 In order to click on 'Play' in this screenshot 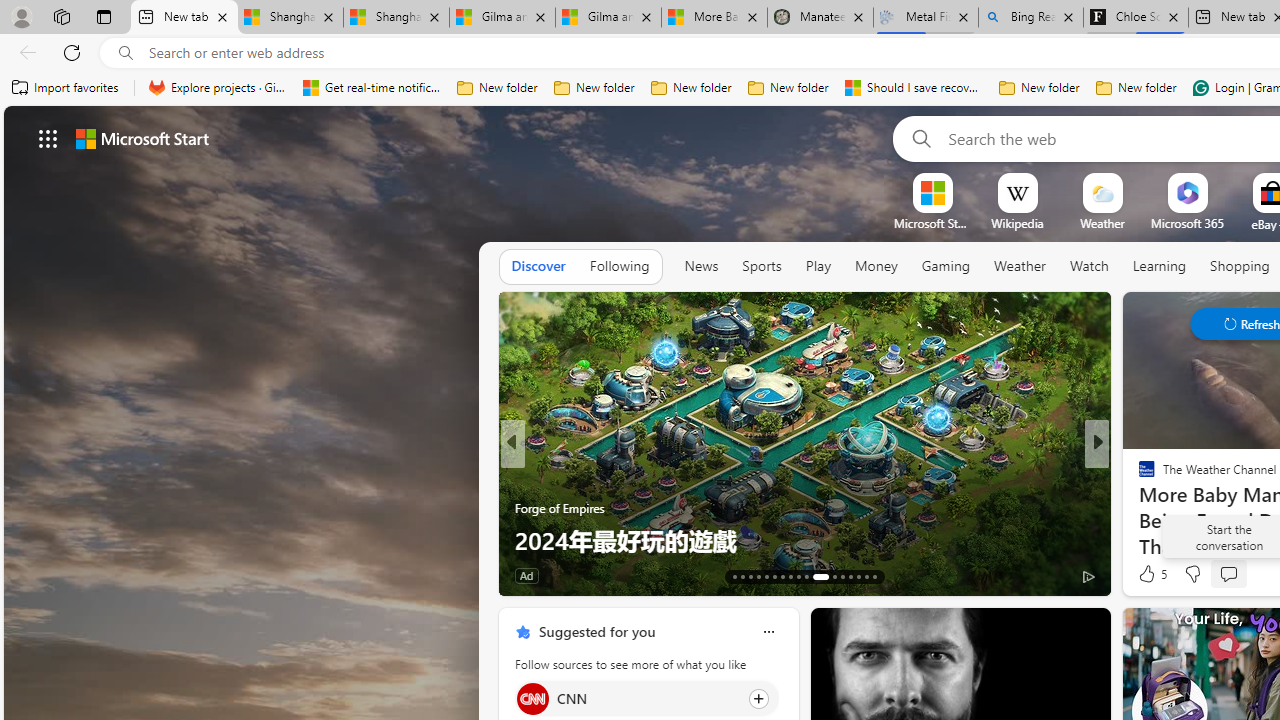, I will do `click(817, 265)`.